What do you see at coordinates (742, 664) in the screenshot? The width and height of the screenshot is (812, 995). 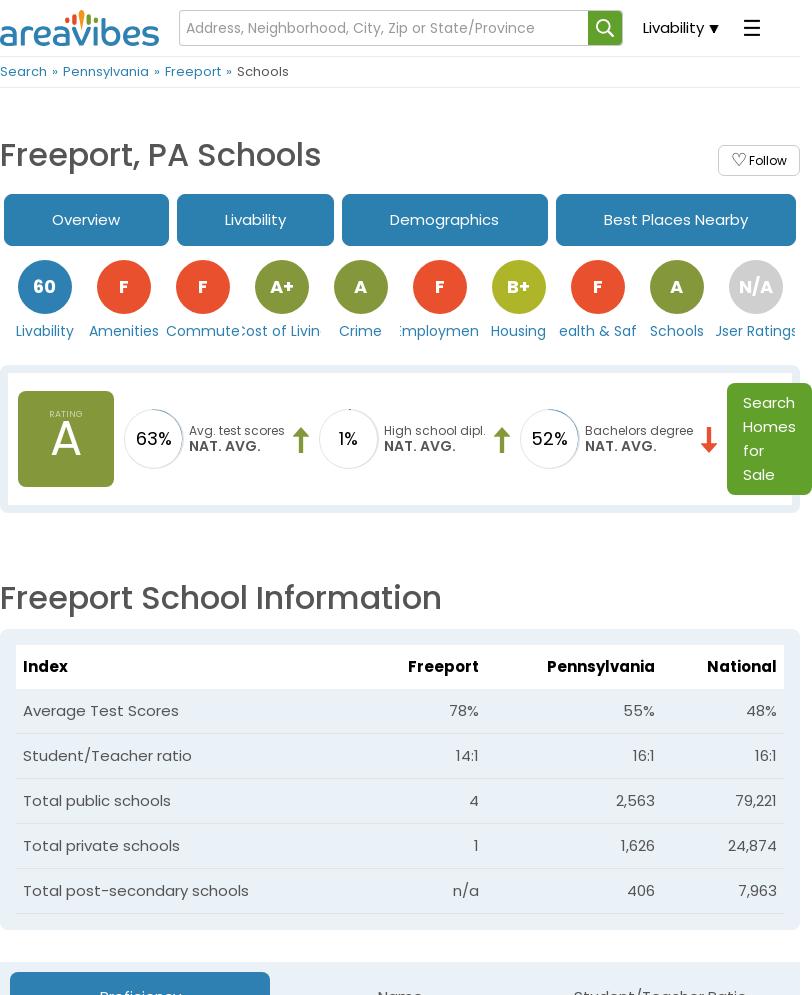 I see `'National'` at bounding box center [742, 664].